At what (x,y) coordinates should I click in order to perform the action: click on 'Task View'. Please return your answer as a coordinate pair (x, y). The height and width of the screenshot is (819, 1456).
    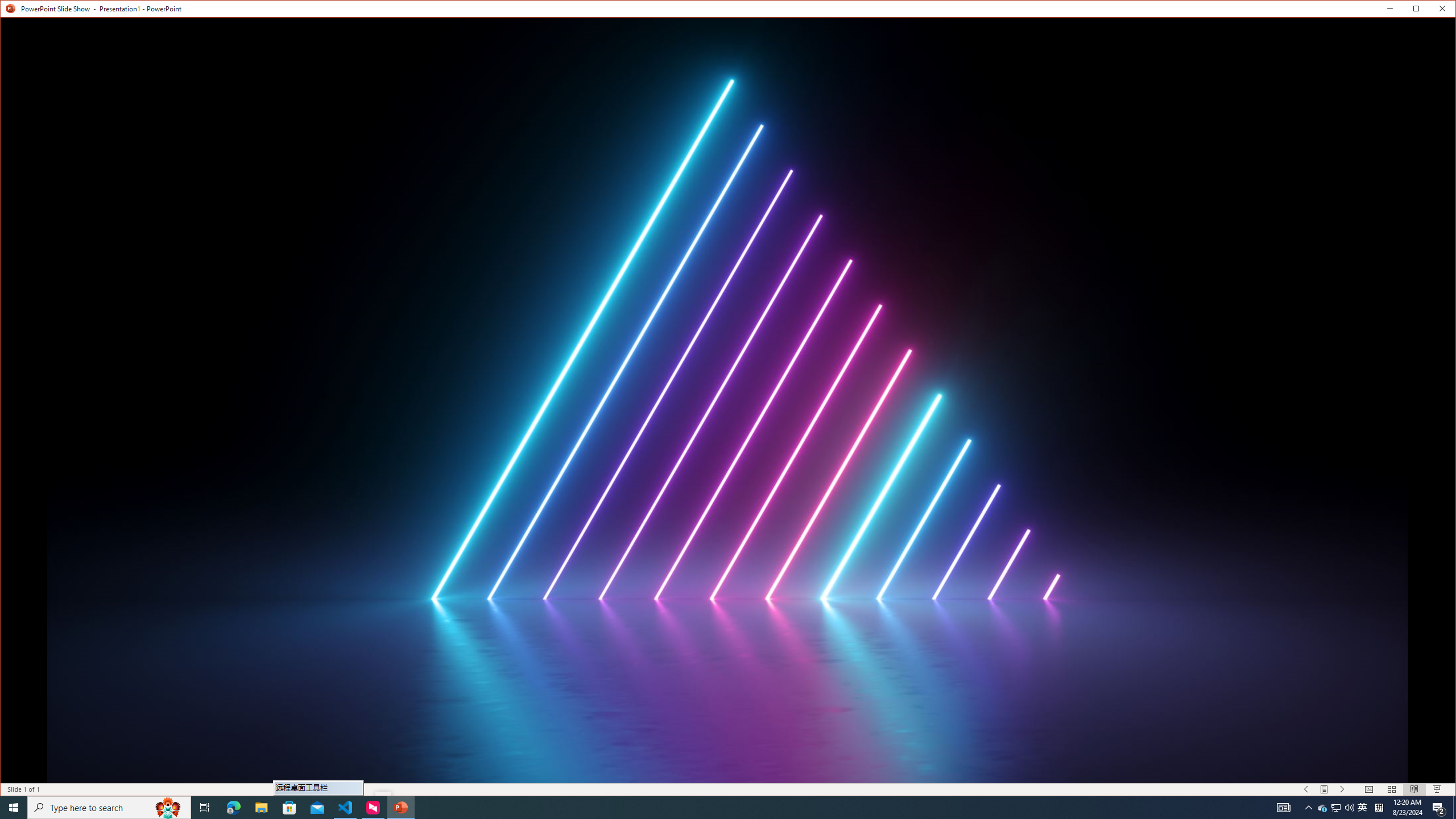
    Looking at the image, I should click on (204, 806).